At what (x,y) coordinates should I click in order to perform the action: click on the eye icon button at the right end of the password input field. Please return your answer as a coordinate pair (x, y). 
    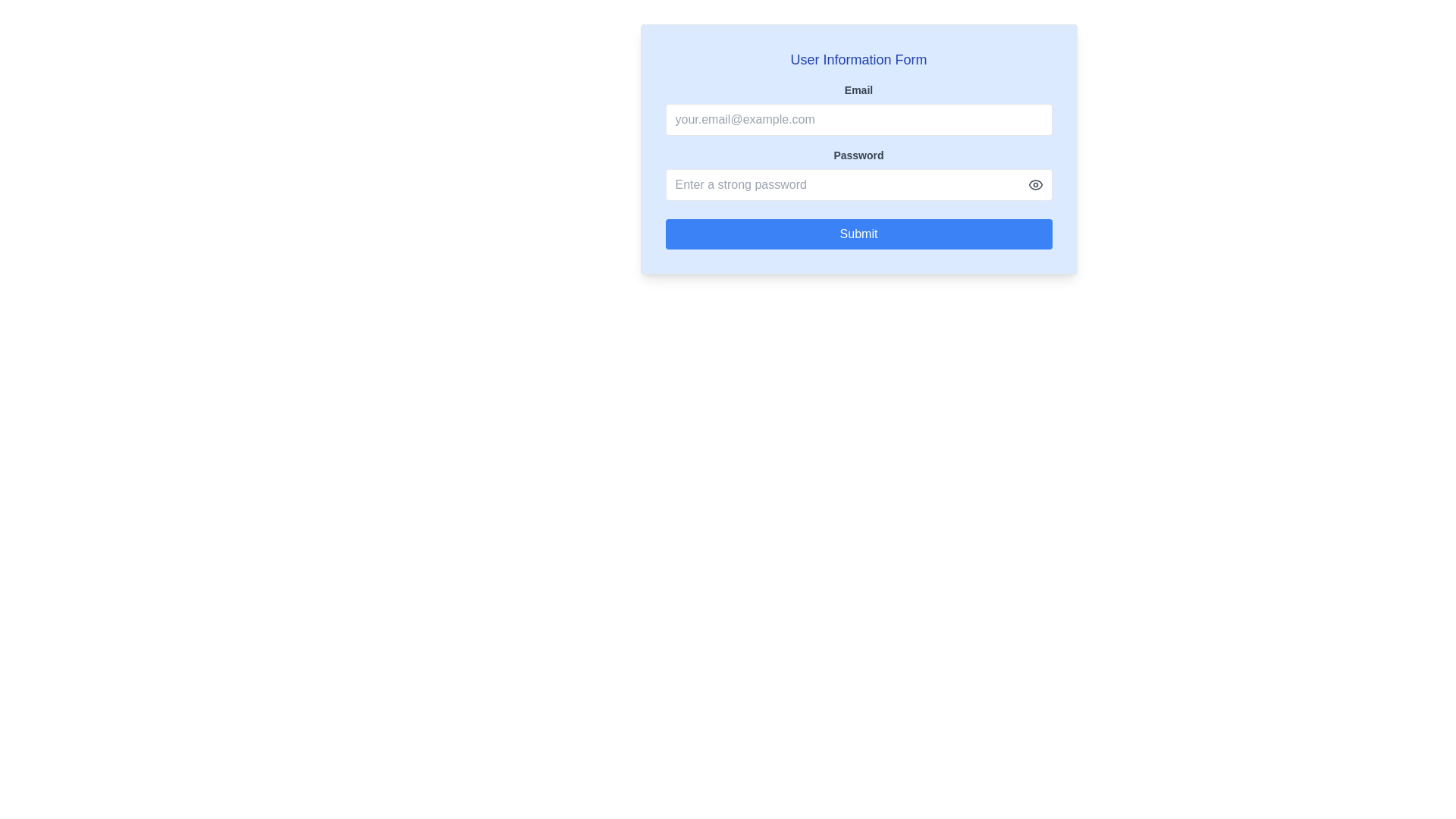
    Looking at the image, I should click on (1034, 184).